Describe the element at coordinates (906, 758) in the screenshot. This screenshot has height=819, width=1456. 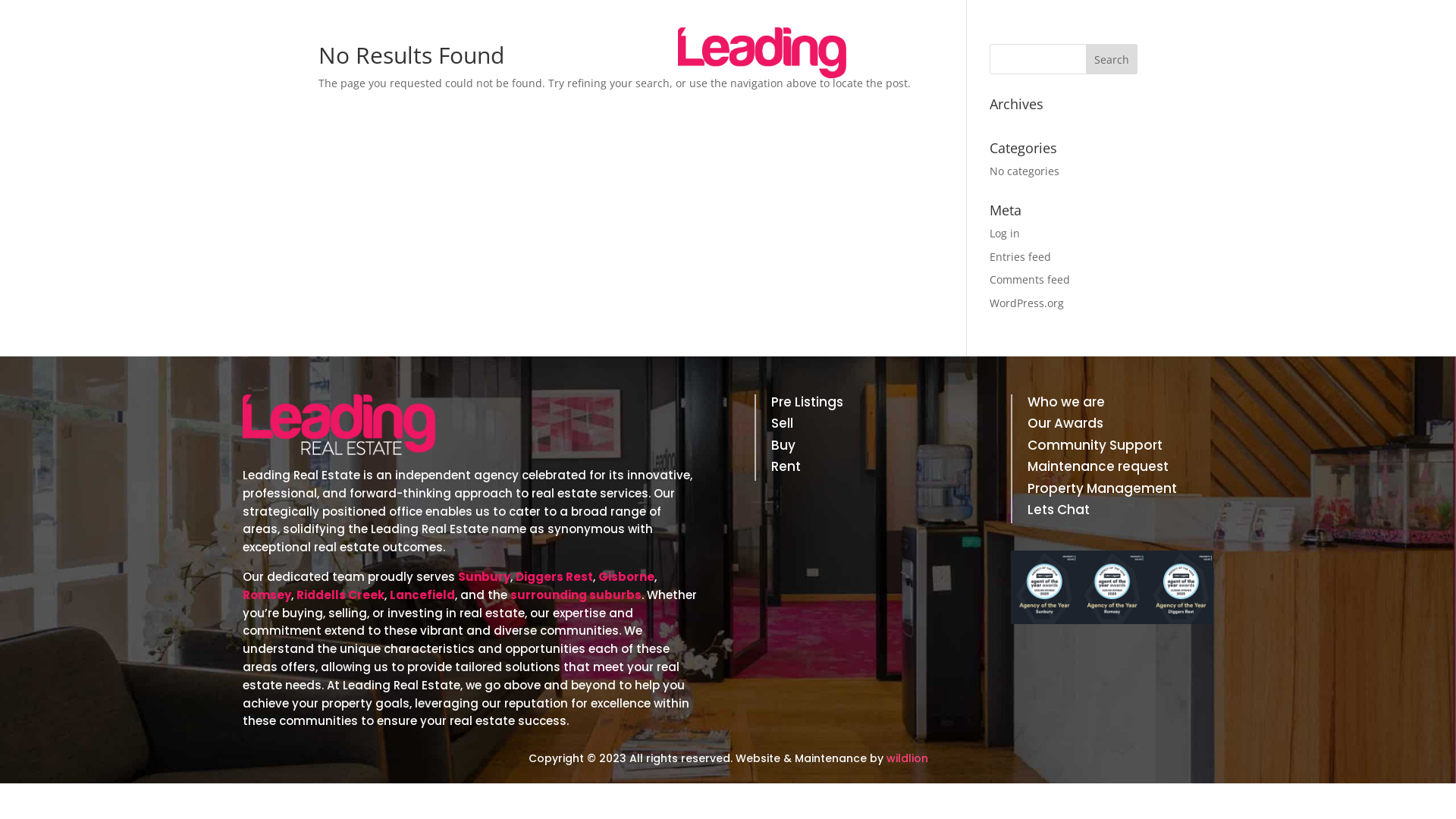
I see `'wildlion'` at that location.